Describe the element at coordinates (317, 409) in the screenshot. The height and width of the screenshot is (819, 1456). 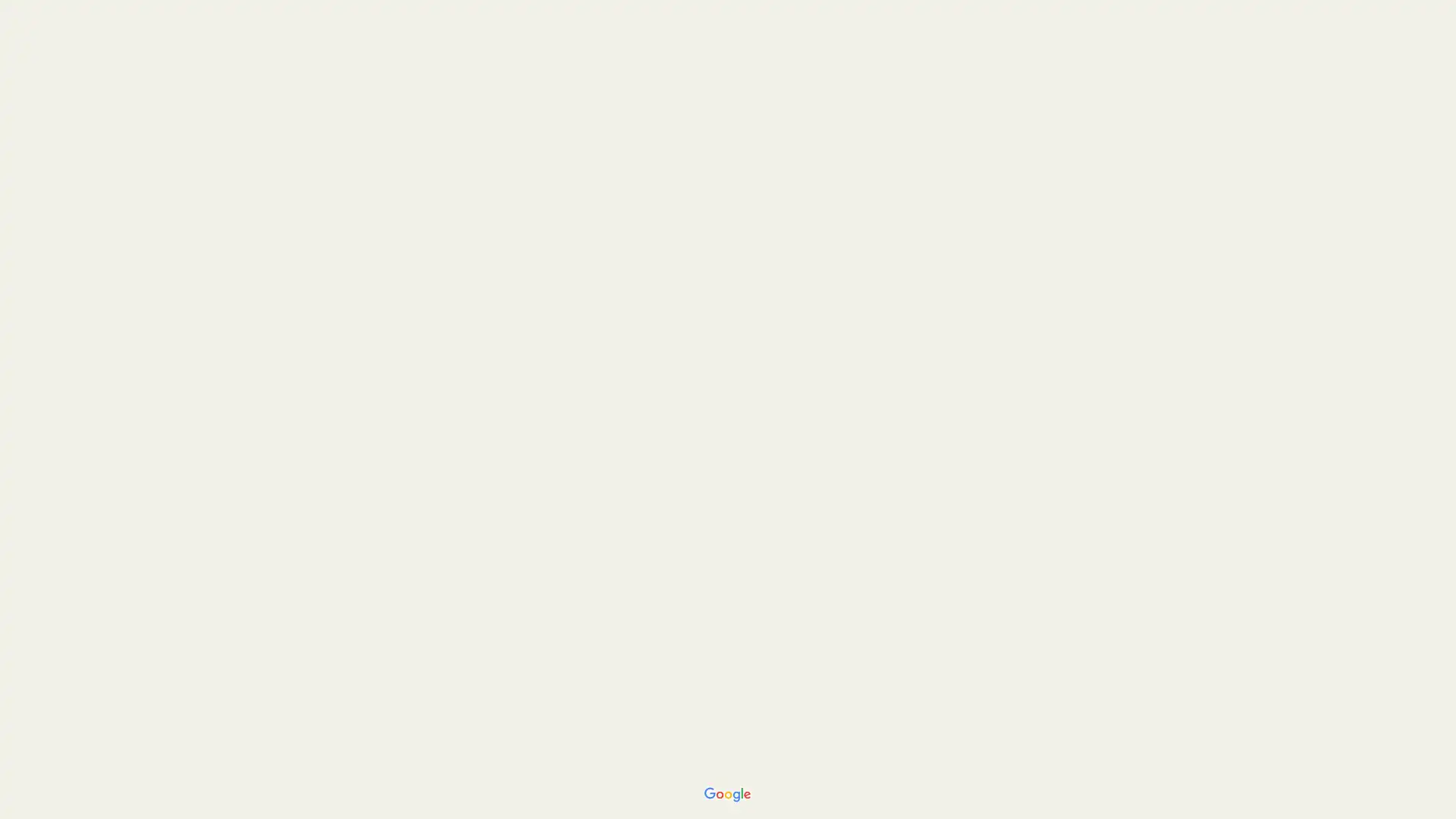
I see `Collapse side panel` at that location.